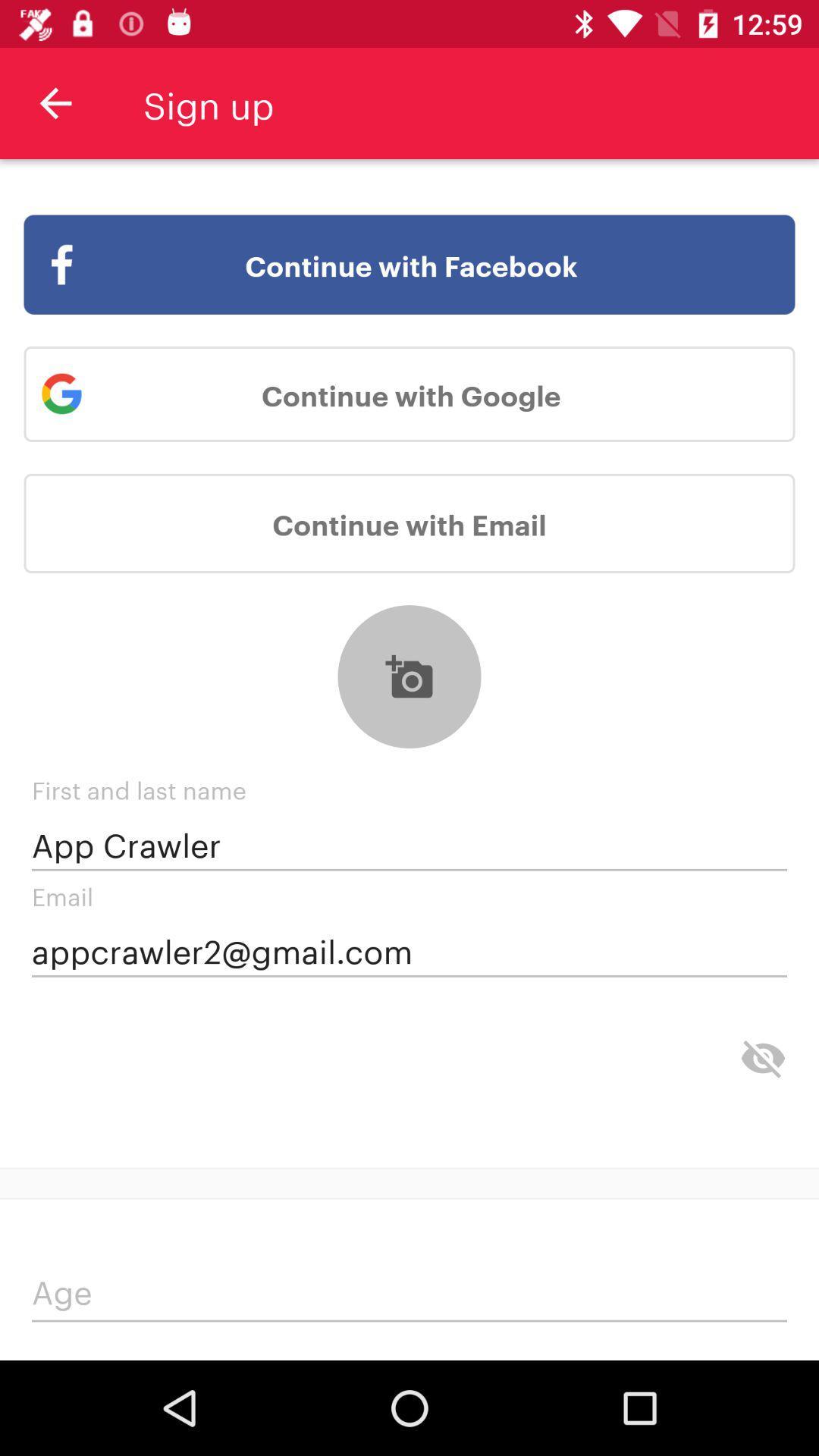 The width and height of the screenshot is (819, 1456). I want to click on age, so click(409, 1294).